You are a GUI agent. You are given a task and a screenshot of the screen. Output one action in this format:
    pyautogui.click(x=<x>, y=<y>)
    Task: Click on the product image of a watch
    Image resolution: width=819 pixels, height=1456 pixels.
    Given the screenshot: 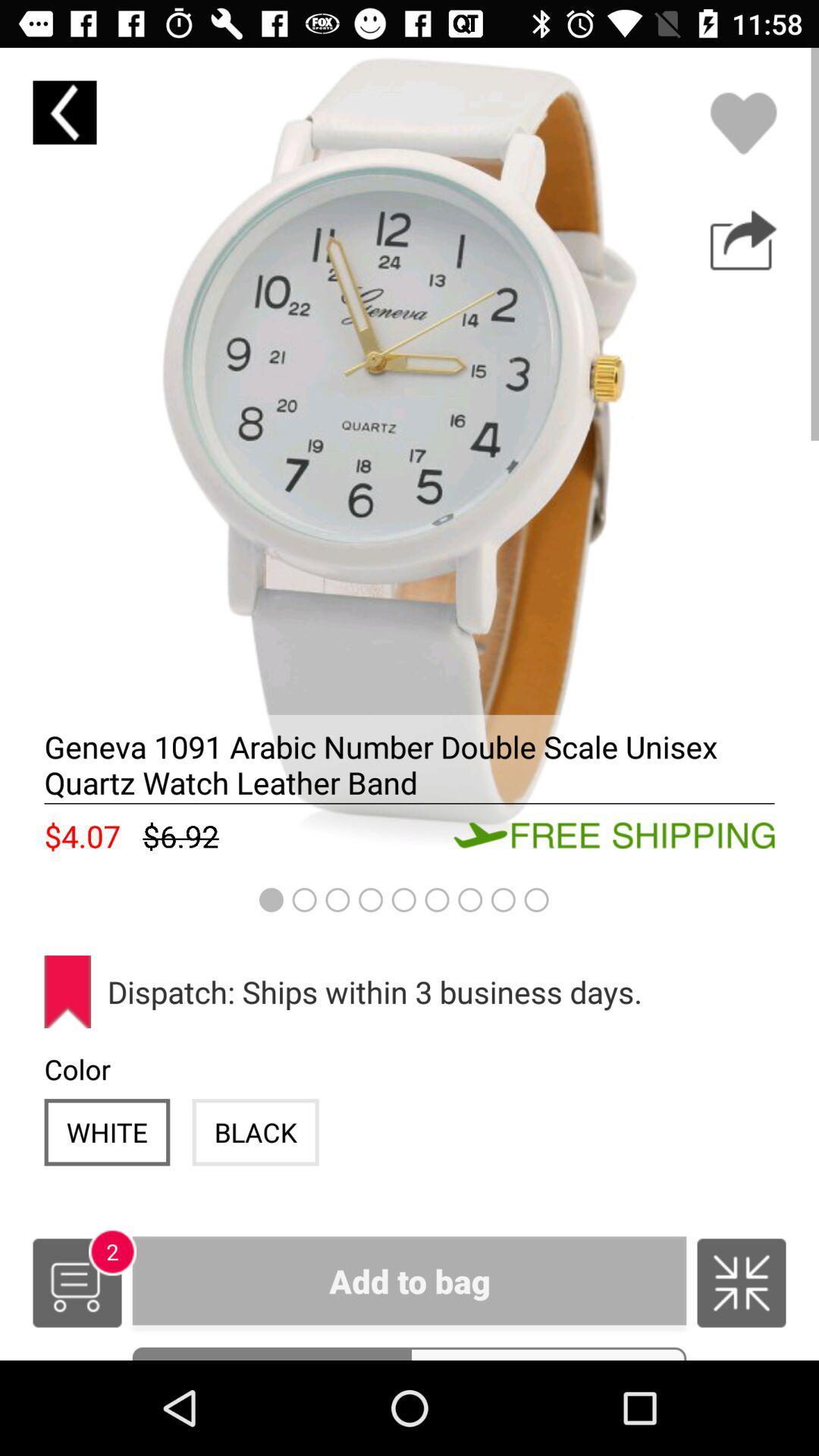 What is the action you would take?
    pyautogui.click(x=409, y=457)
    